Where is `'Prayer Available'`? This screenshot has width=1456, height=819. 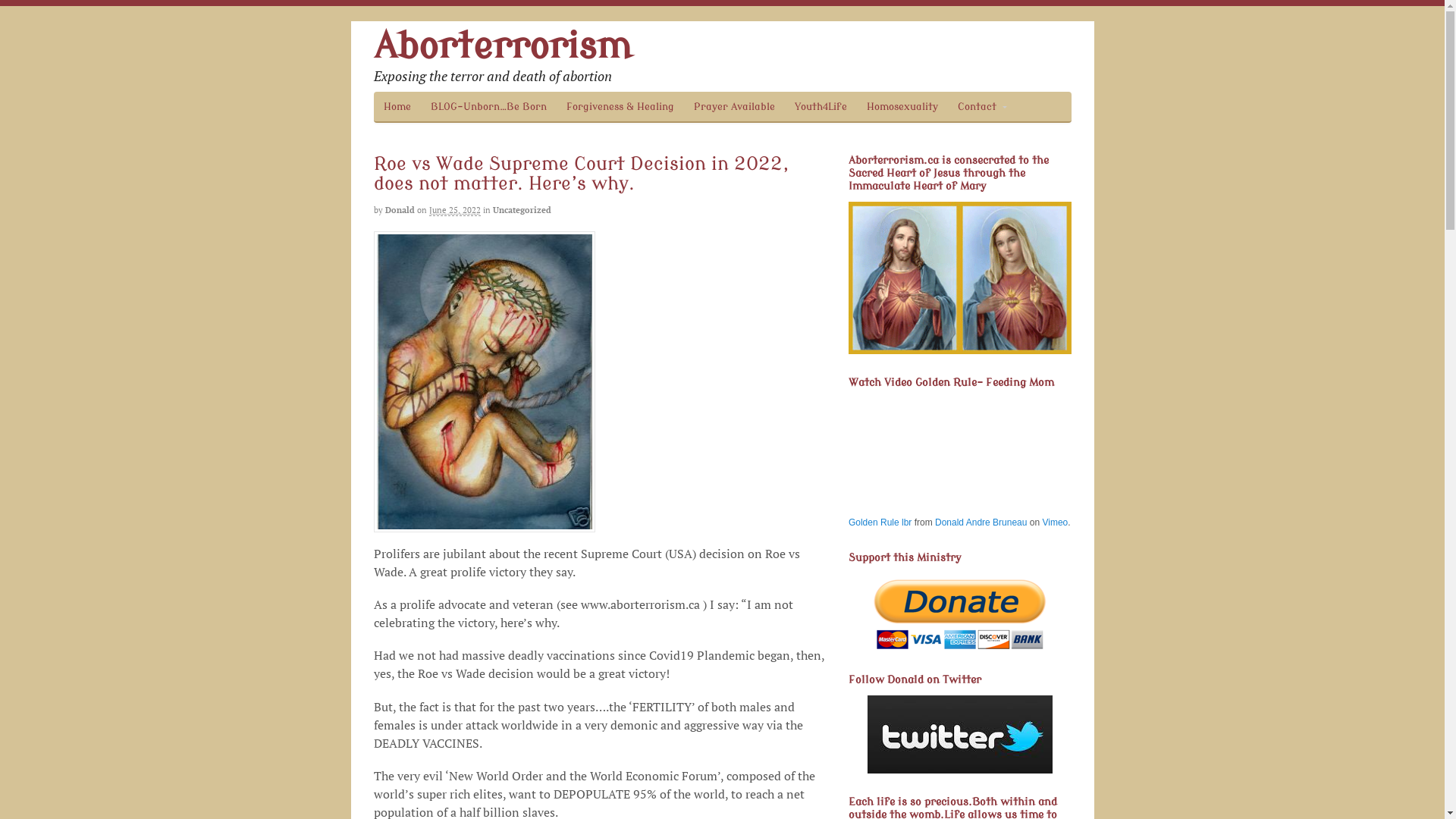
'Prayer Available' is located at coordinates (734, 105).